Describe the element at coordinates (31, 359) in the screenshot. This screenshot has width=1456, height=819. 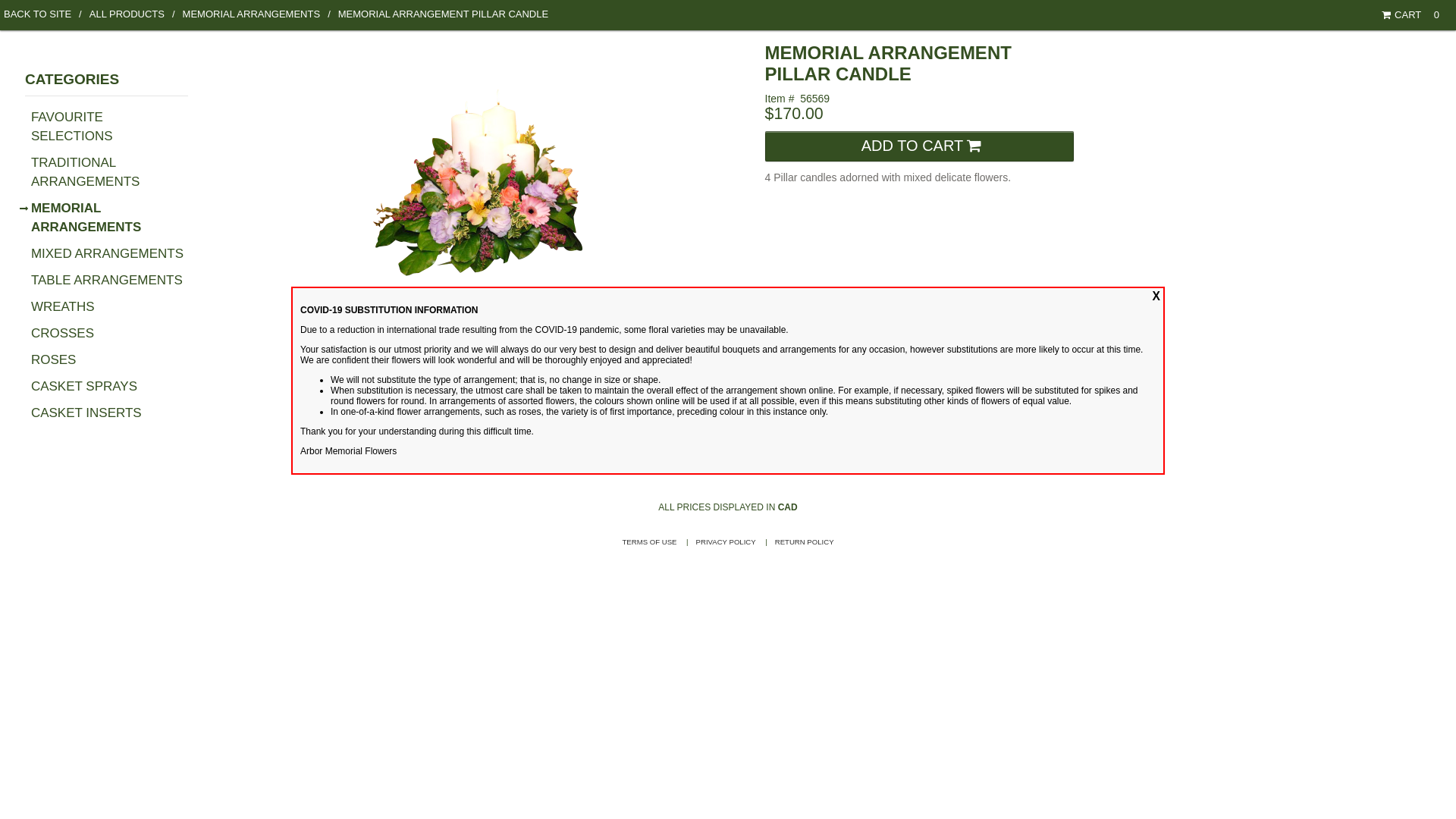
I see `'ROSES'` at that location.